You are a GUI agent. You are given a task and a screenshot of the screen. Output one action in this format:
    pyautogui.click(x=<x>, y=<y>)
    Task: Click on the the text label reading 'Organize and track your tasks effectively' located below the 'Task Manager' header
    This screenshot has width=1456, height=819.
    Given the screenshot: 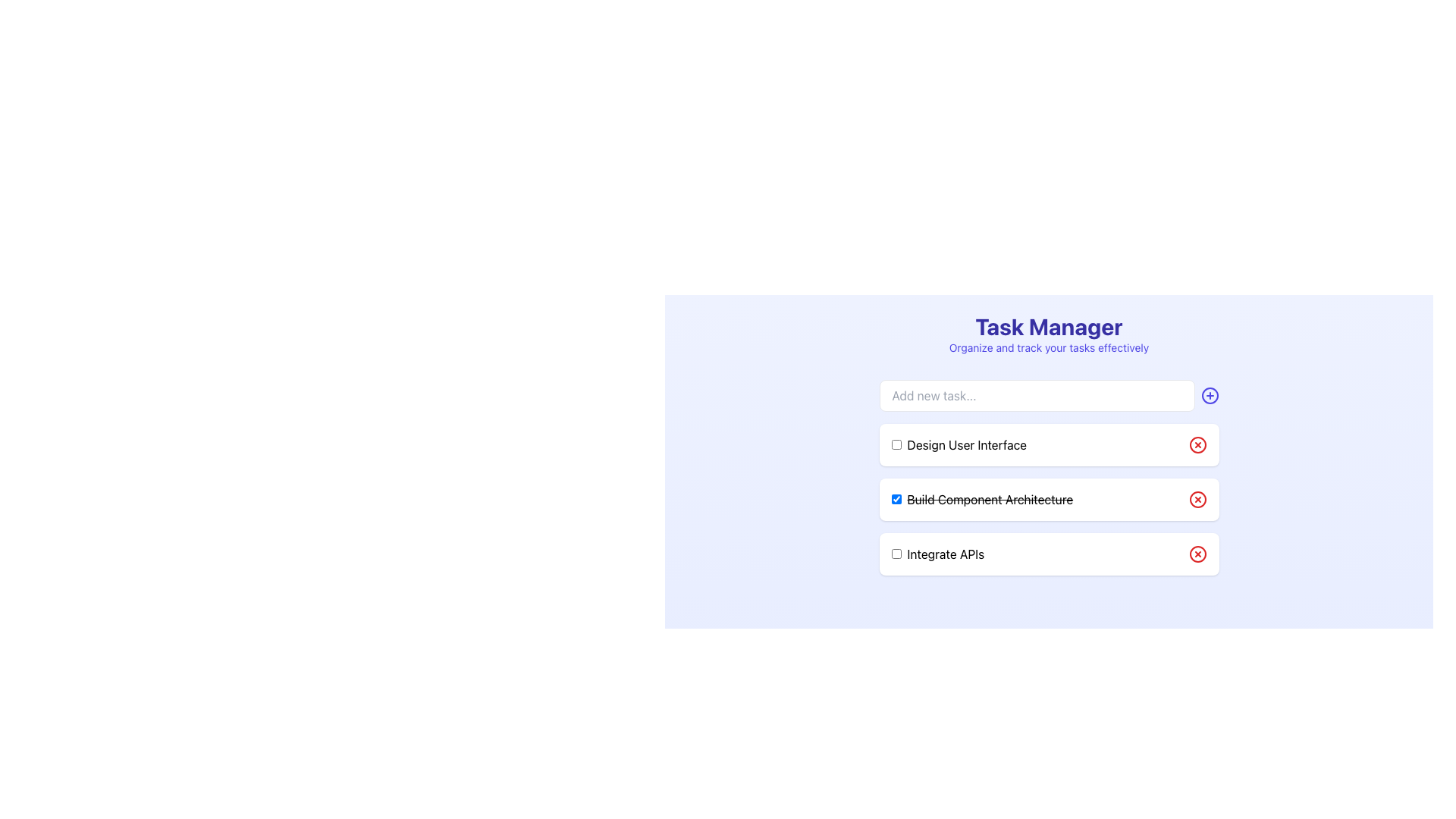 What is the action you would take?
    pyautogui.click(x=1048, y=348)
    